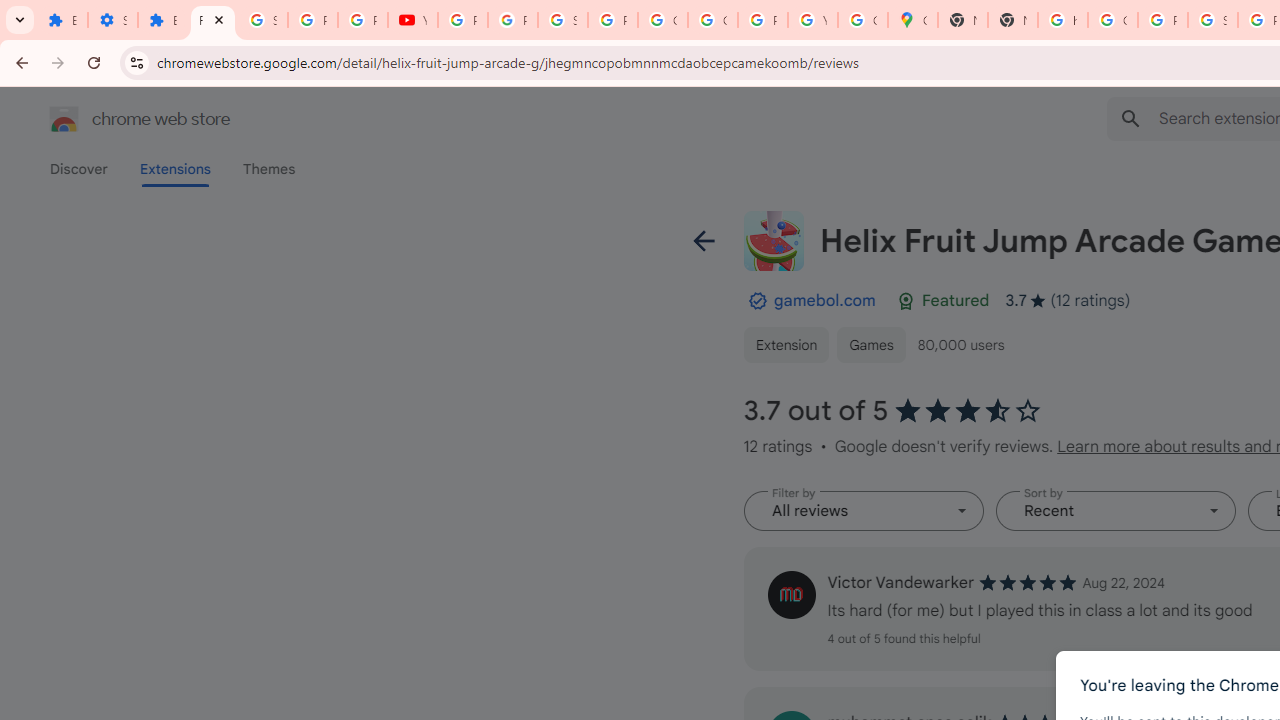  Describe the element at coordinates (112, 20) in the screenshot. I see `'Settings'` at that location.